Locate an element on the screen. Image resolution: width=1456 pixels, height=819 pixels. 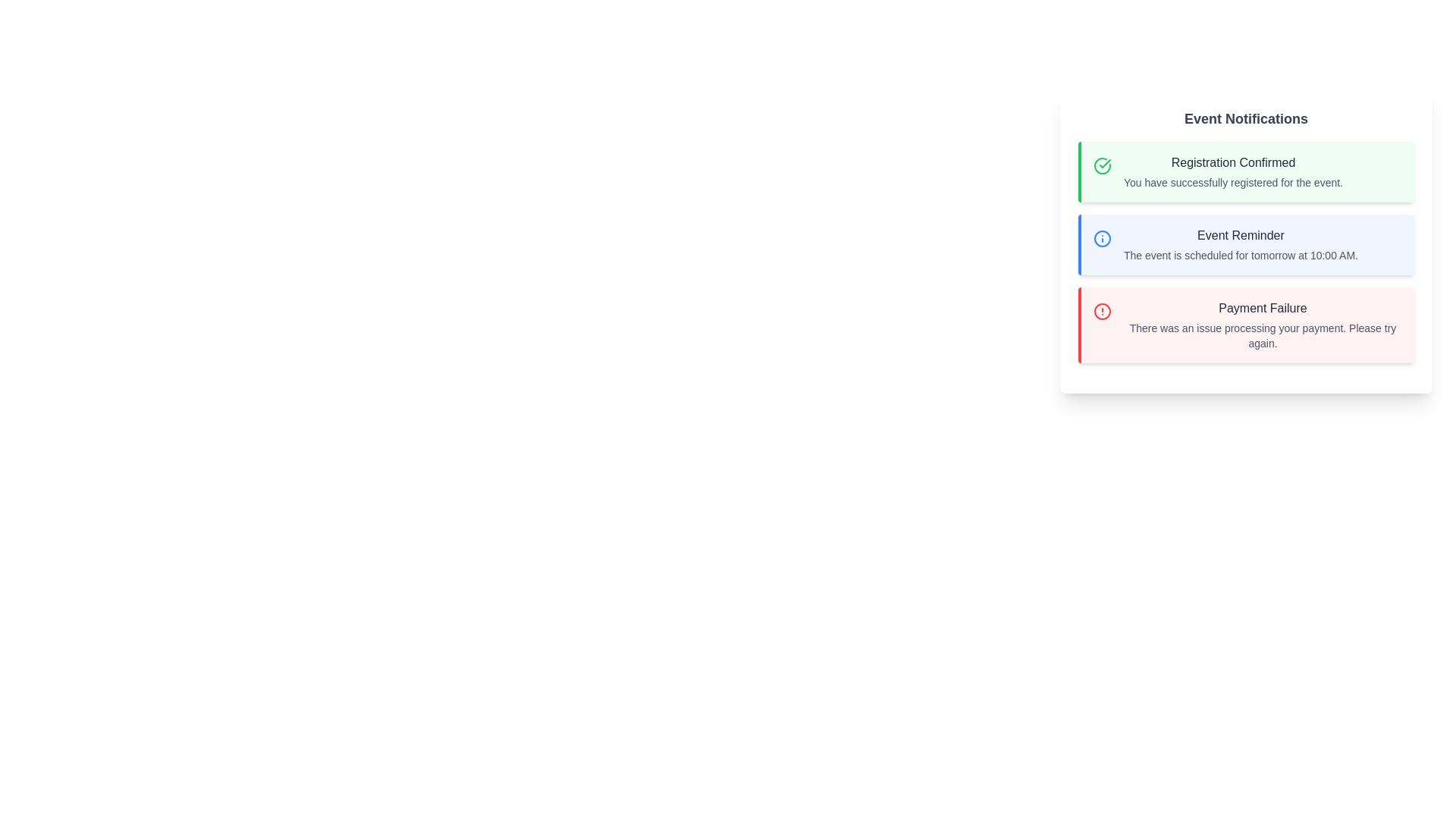
the error notification banner that informs the user about a failed payment attempt, which is the third notification in the vertical list is located at coordinates (1263, 324).